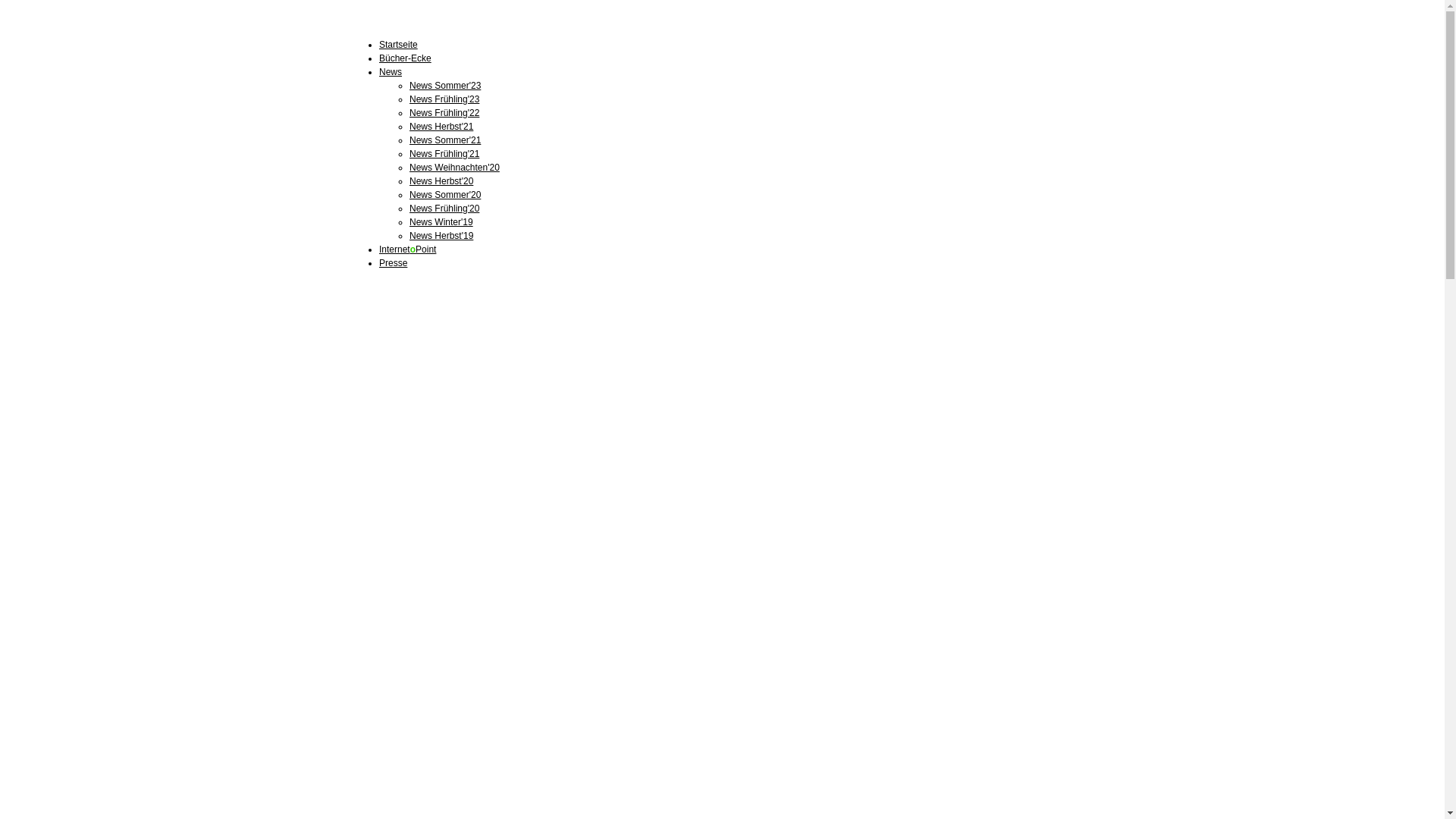  What do you see at coordinates (393, 262) in the screenshot?
I see `'Presse'` at bounding box center [393, 262].